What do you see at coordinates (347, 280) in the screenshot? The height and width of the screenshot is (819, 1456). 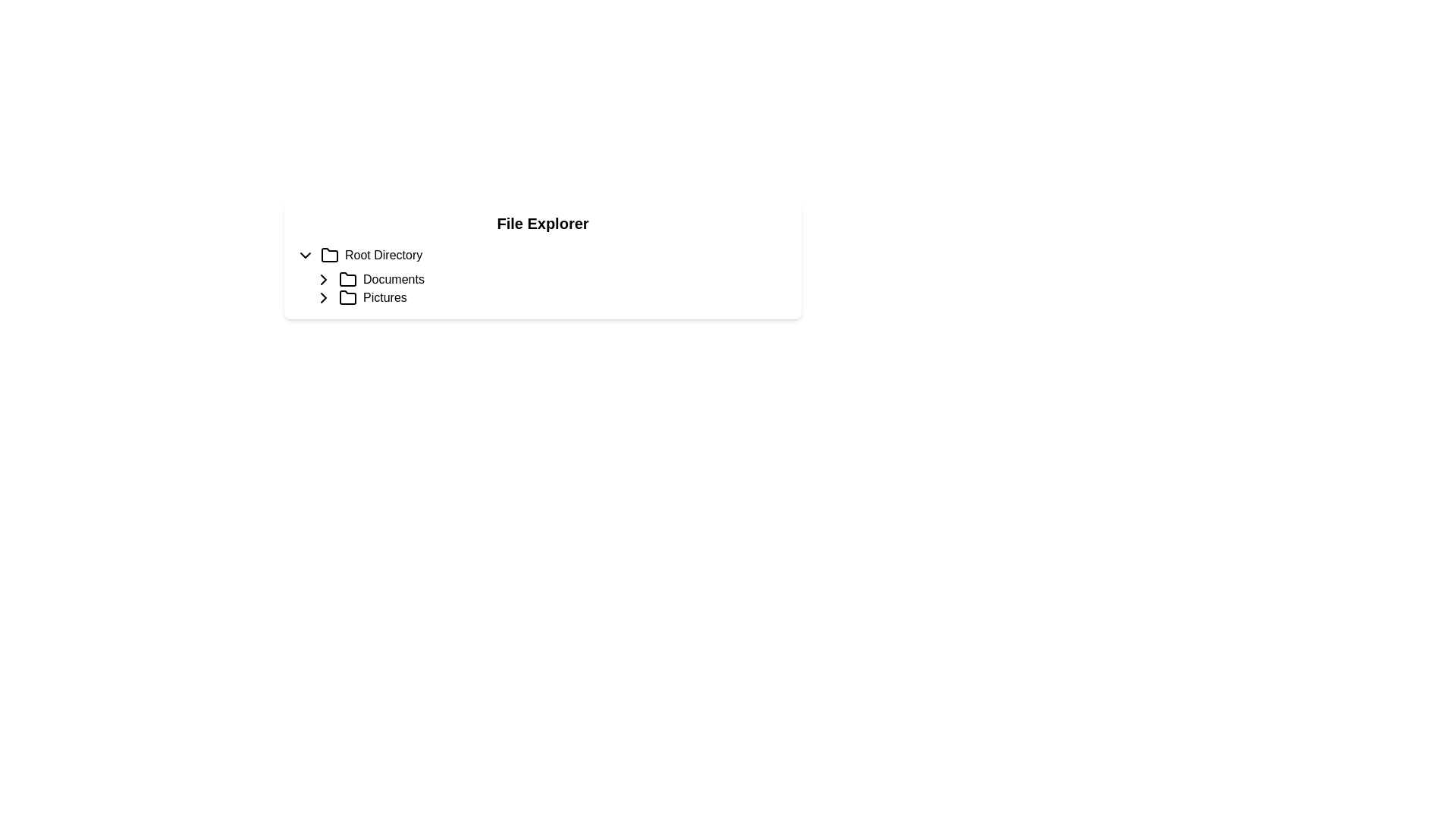 I see `the folder icon representing 'Documents' that is located to the left of the label in the navigation panel` at bounding box center [347, 280].